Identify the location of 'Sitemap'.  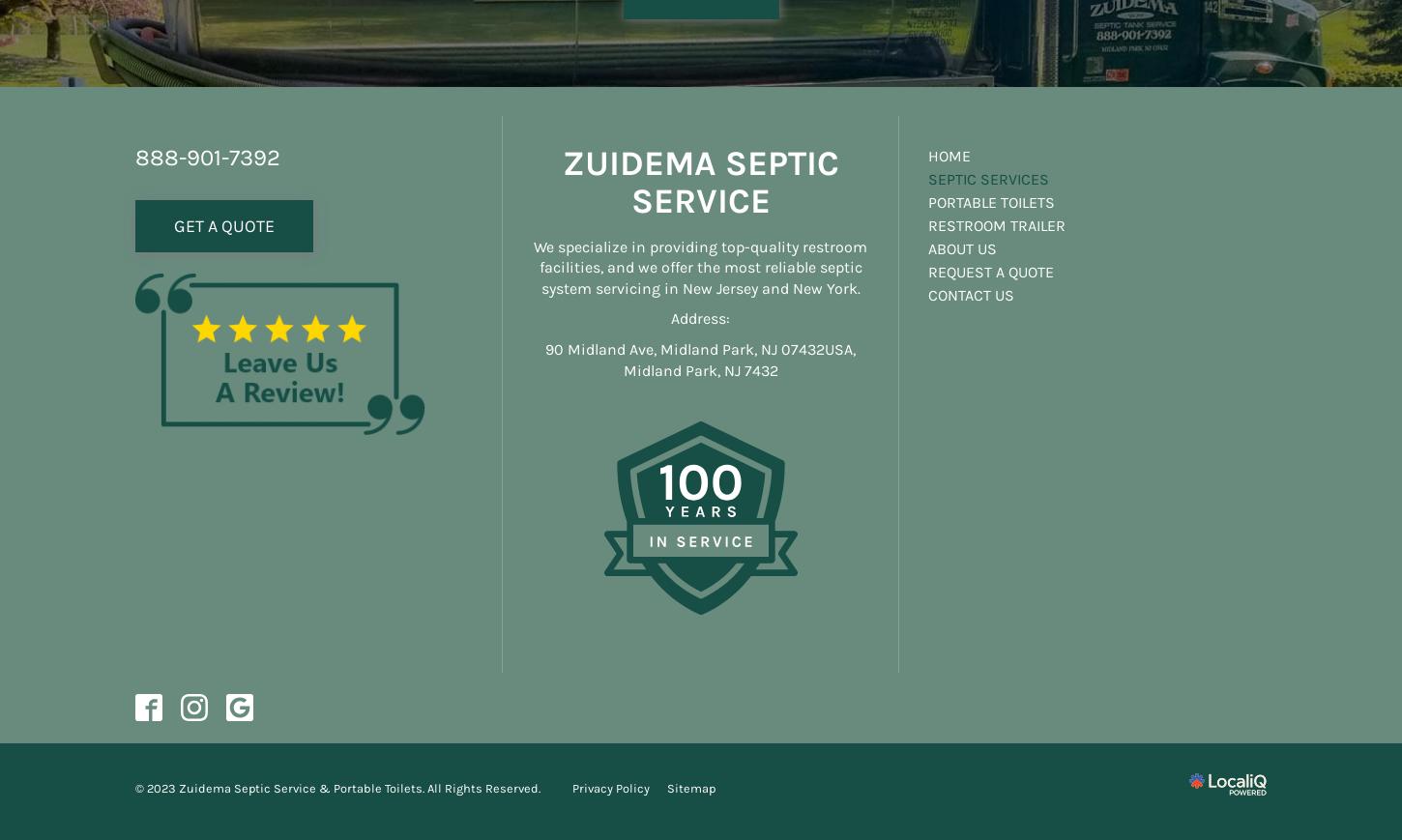
(689, 788).